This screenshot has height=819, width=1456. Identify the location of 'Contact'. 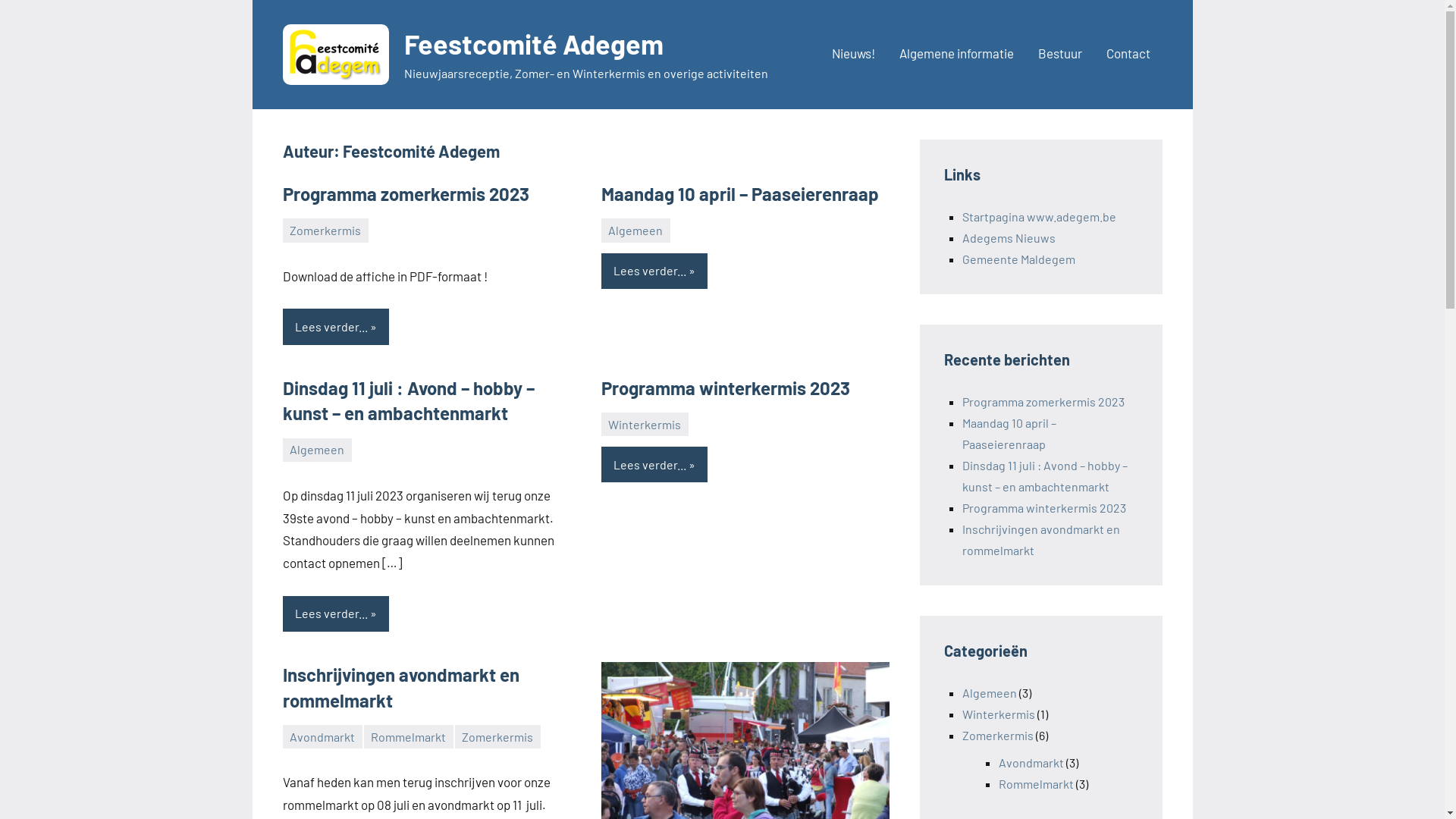
(1128, 53).